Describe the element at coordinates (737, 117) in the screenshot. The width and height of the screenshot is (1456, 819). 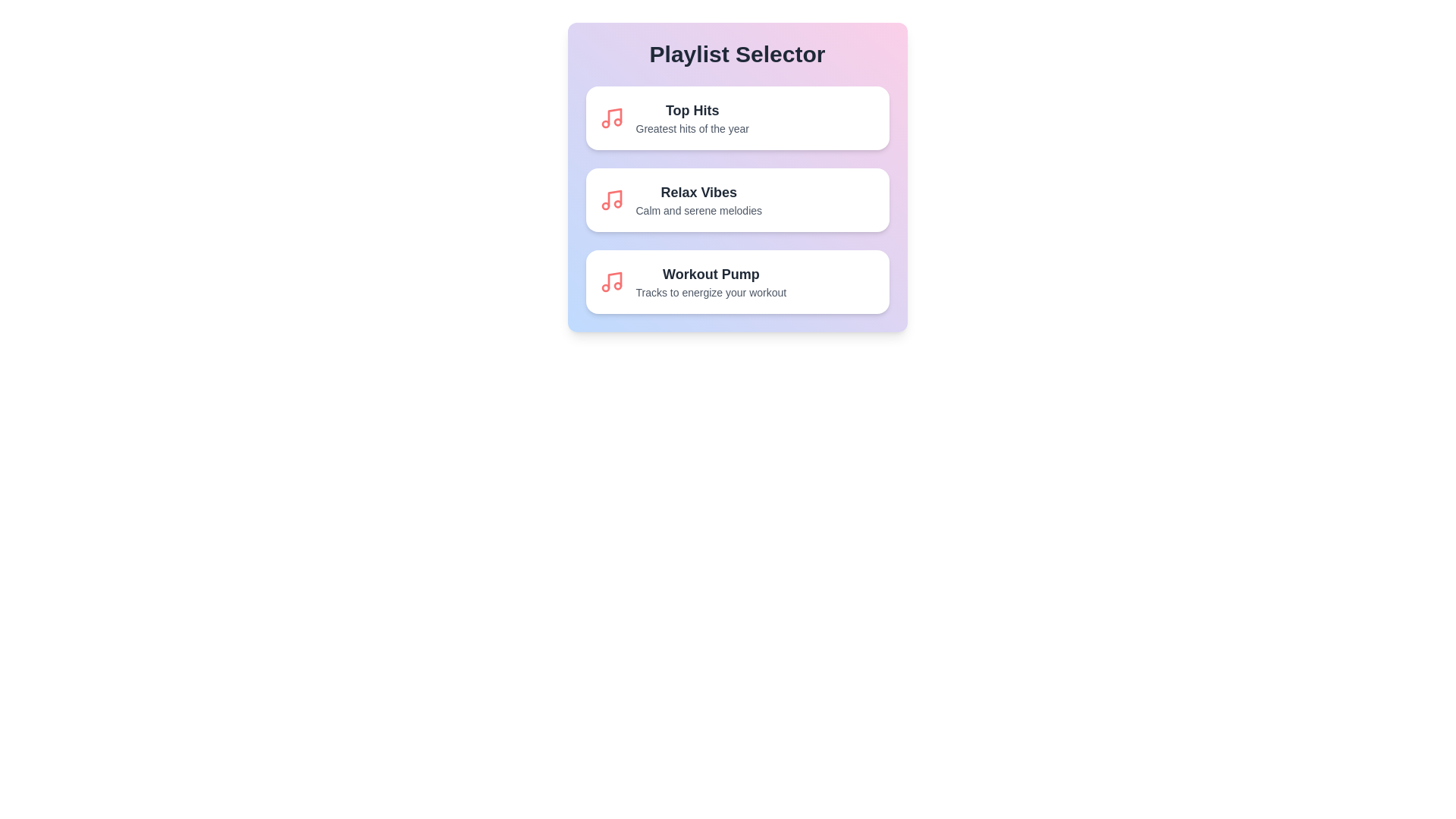
I see `the playlist Top Hits by clicking on its list item` at that location.